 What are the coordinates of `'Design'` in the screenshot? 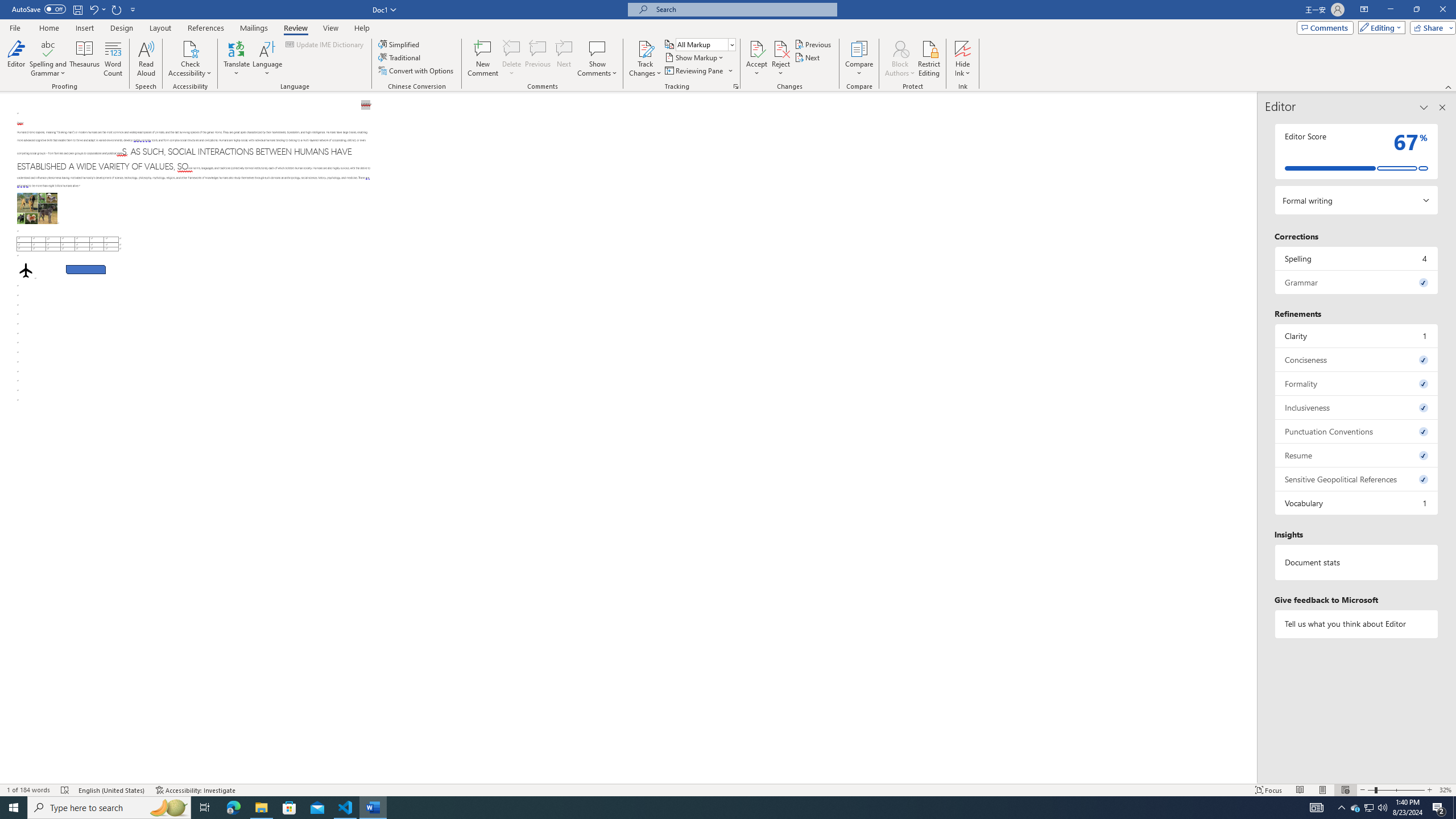 It's located at (122, 28).